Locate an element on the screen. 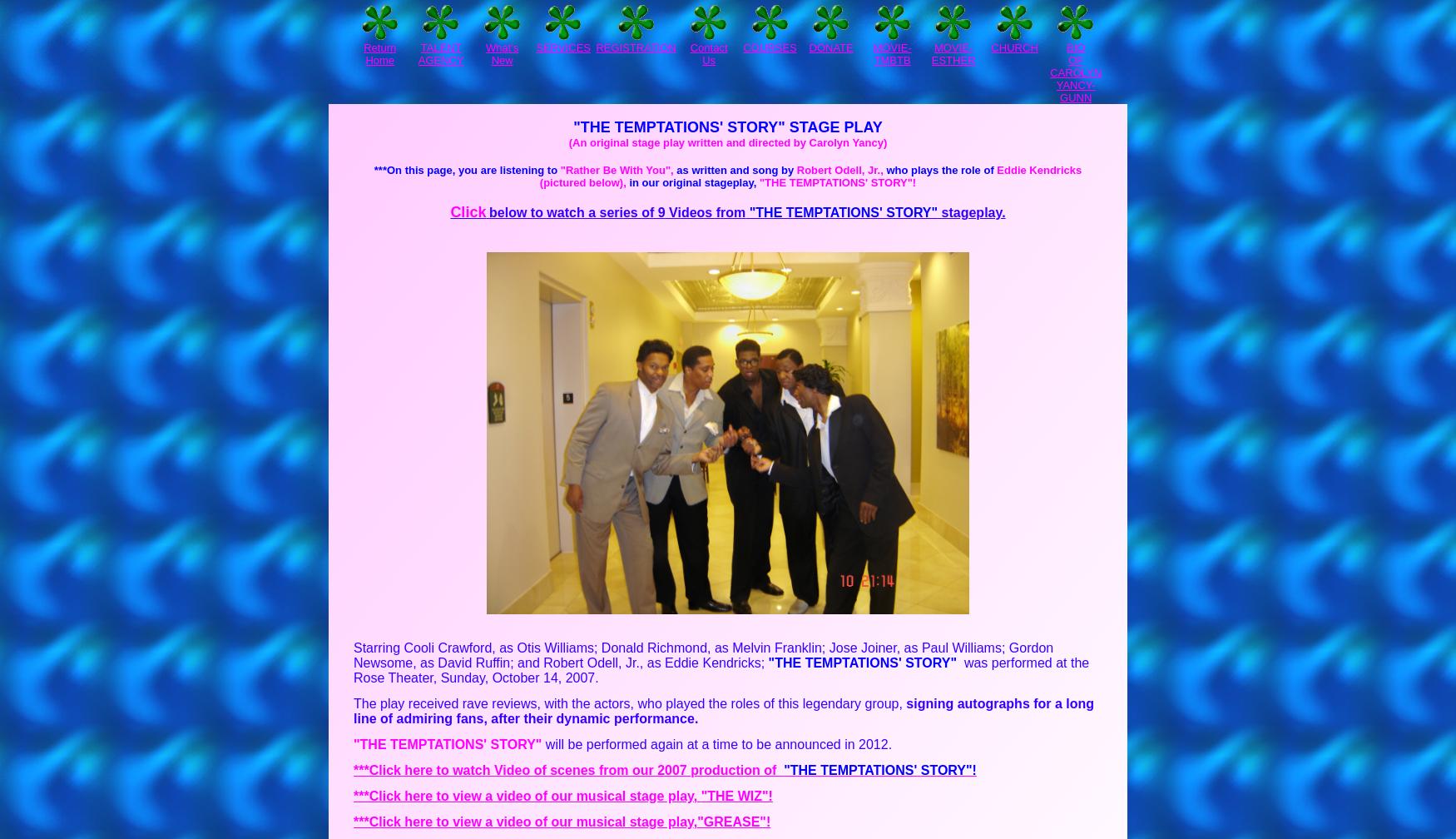 This screenshot has height=839, width=1456. 'COURSES' is located at coordinates (769, 47).